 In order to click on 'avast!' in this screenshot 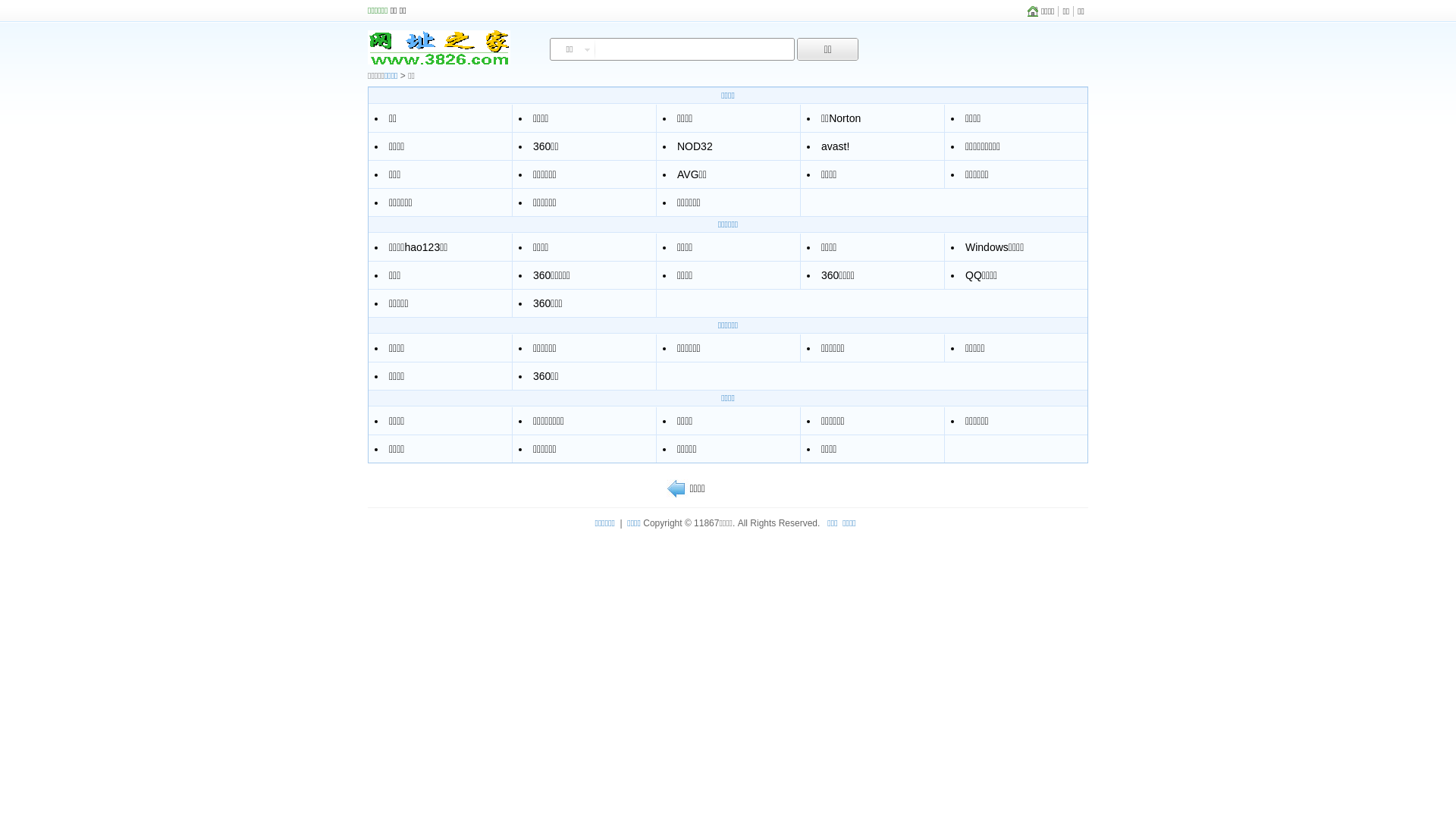, I will do `click(834, 146)`.